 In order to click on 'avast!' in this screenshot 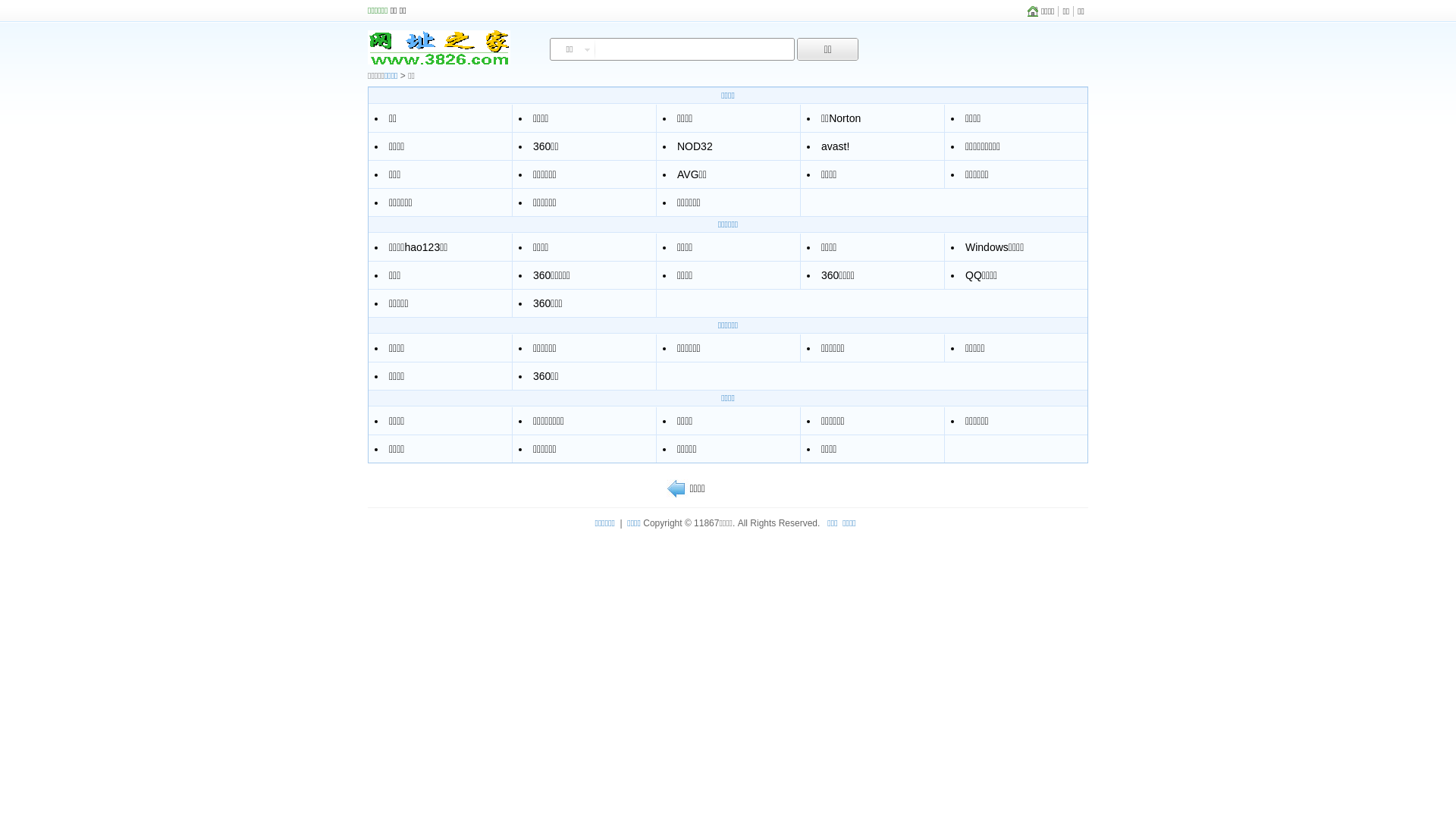, I will do `click(834, 146)`.